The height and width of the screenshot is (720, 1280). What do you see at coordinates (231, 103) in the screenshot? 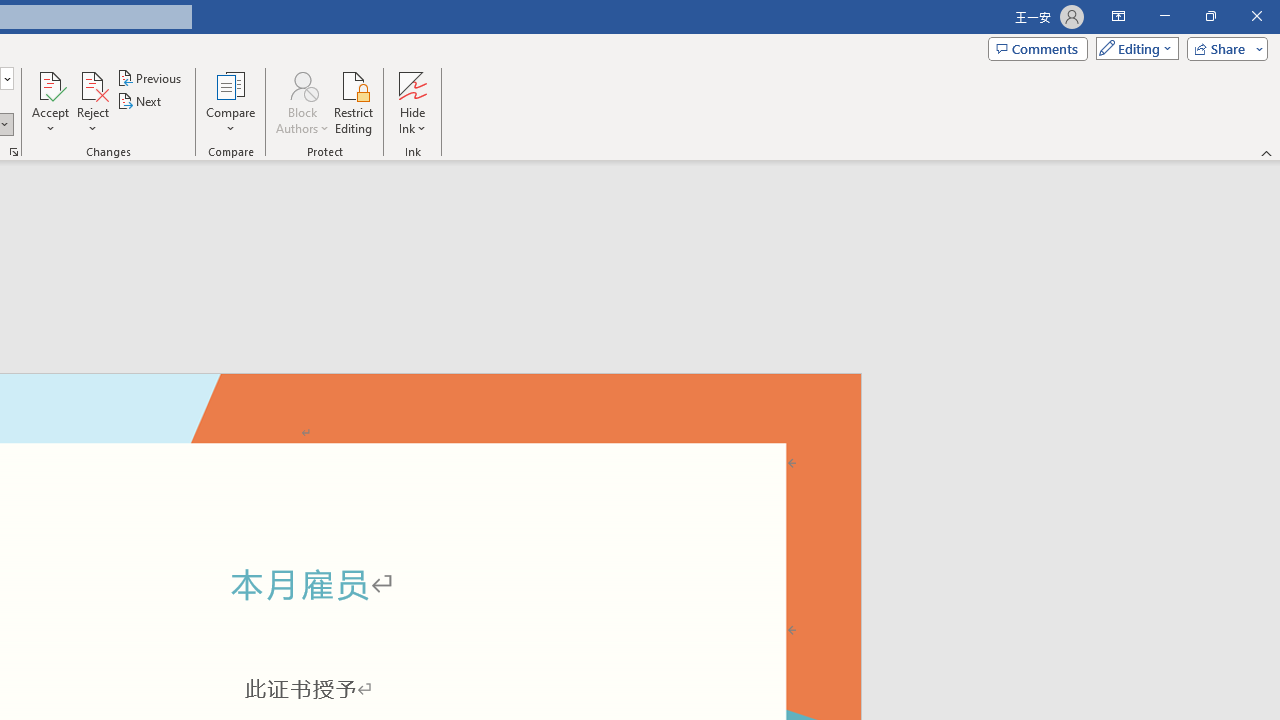
I see `'Compare'` at bounding box center [231, 103].